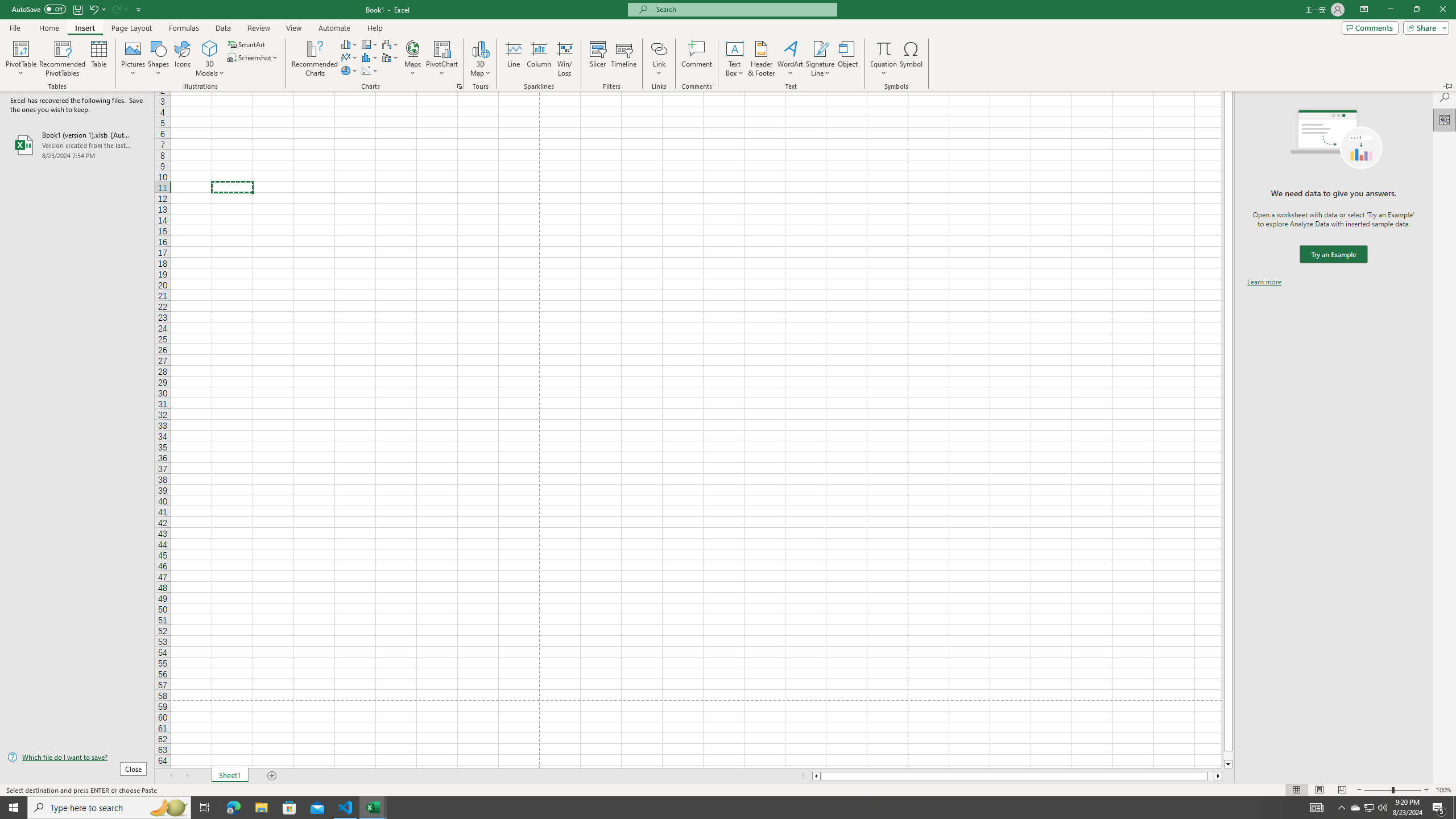 This screenshot has height=819, width=1456. I want to click on 'Q2790: 100%', so click(1381, 806).